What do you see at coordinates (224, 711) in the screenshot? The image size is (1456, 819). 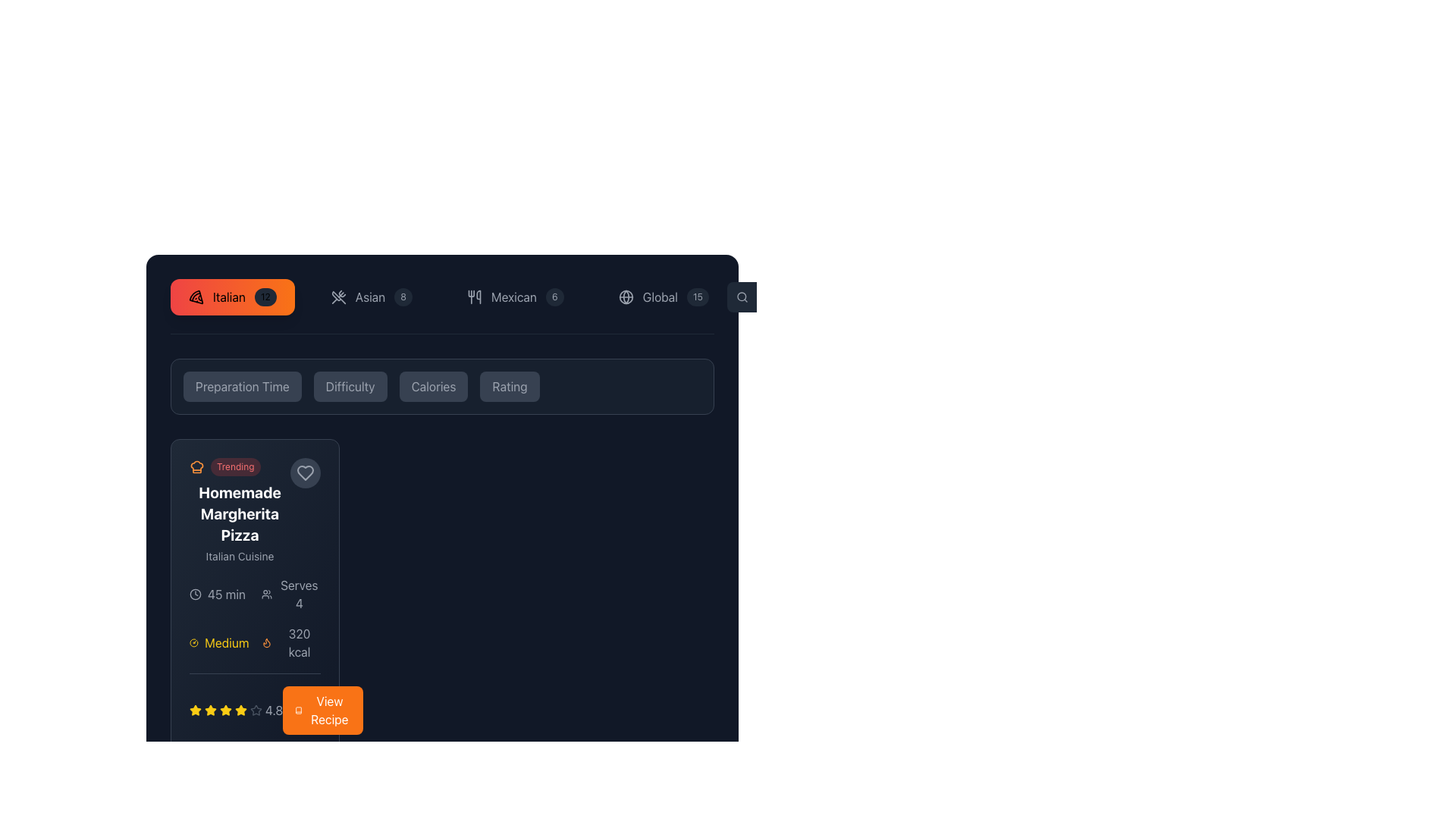 I see `the fourth yellow star icon representing a filled rating star, located below 'Homemade Margherita Pizza' and above the 'View Recipe' button` at bounding box center [224, 711].